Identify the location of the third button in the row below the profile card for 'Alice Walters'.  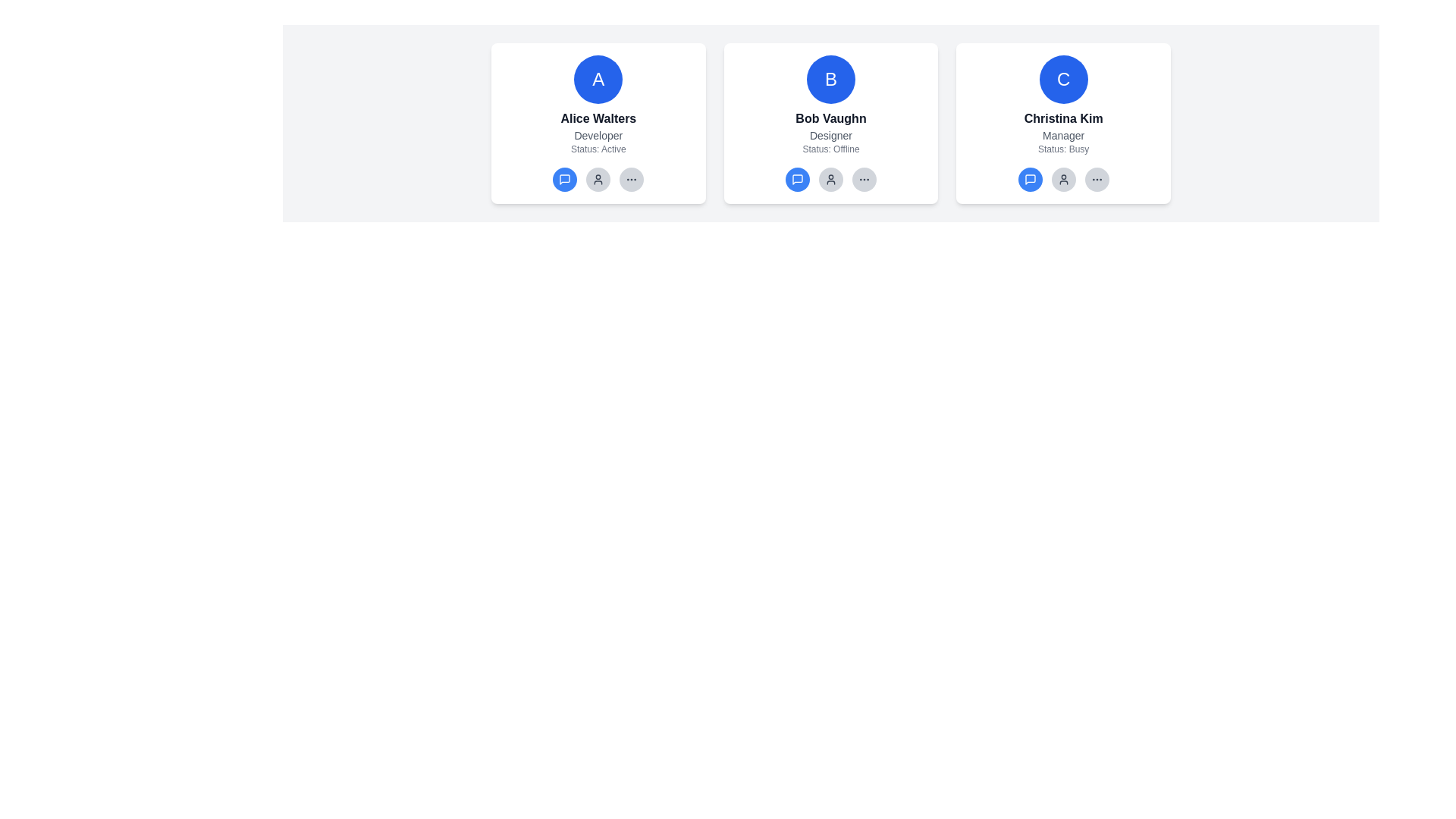
(632, 178).